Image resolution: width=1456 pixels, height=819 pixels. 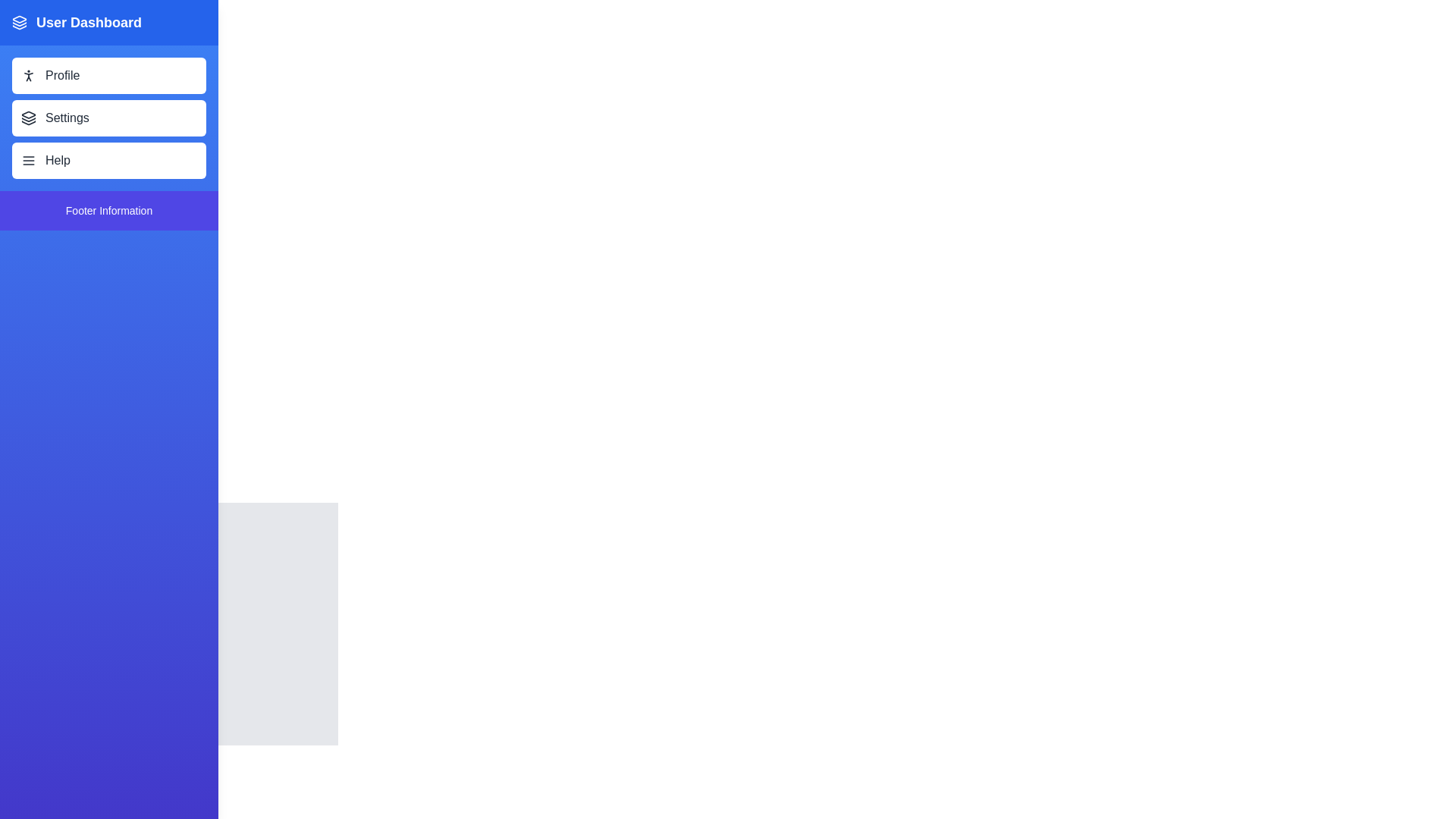 I want to click on the 'Help' button, which is a rectangular button with a white background and rounded corners located below the 'Settings' button in the 'Profile Settings Help' menu, so click(x=108, y=161).